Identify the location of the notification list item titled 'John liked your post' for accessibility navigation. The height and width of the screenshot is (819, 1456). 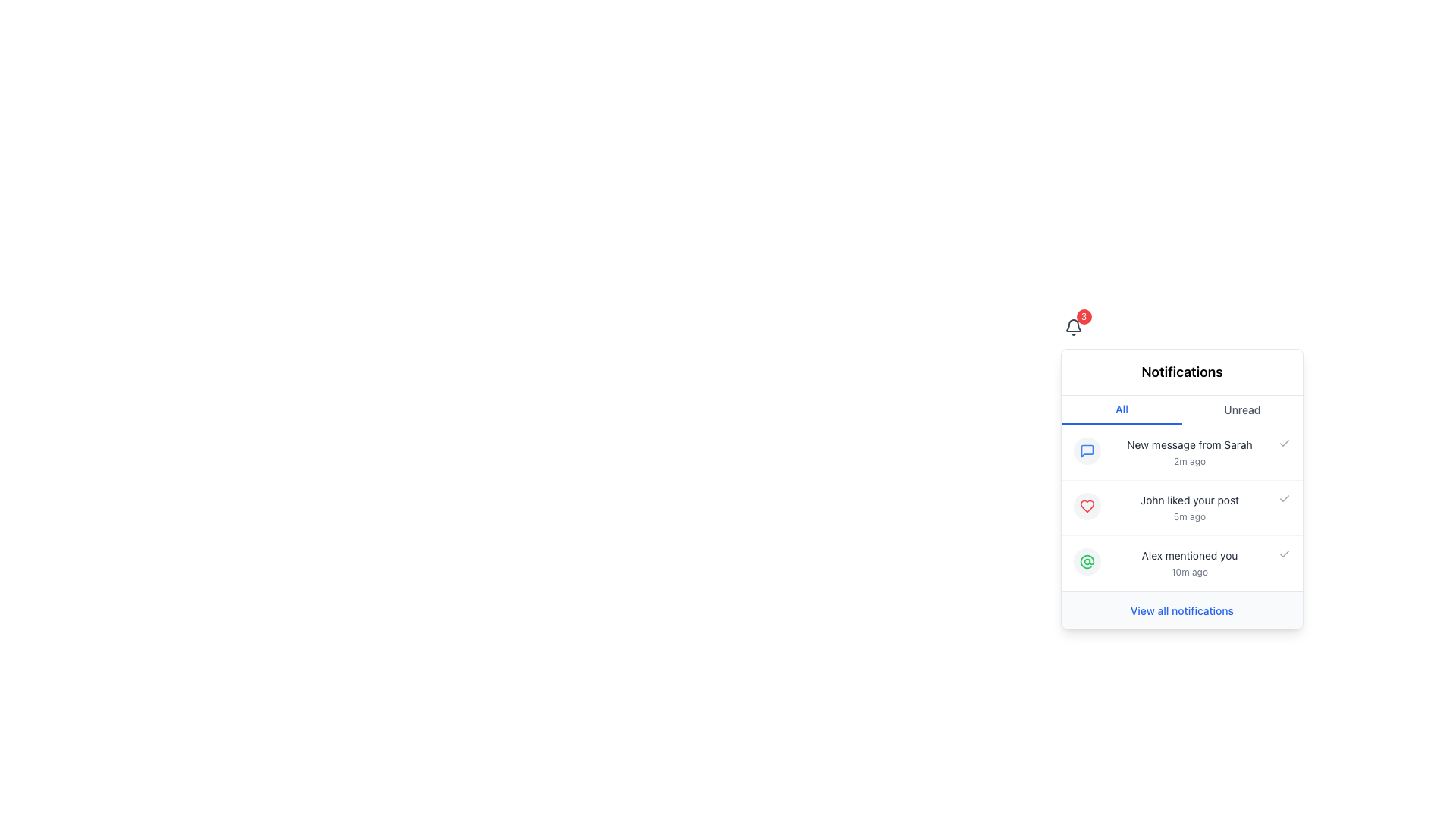
(1181, 488).